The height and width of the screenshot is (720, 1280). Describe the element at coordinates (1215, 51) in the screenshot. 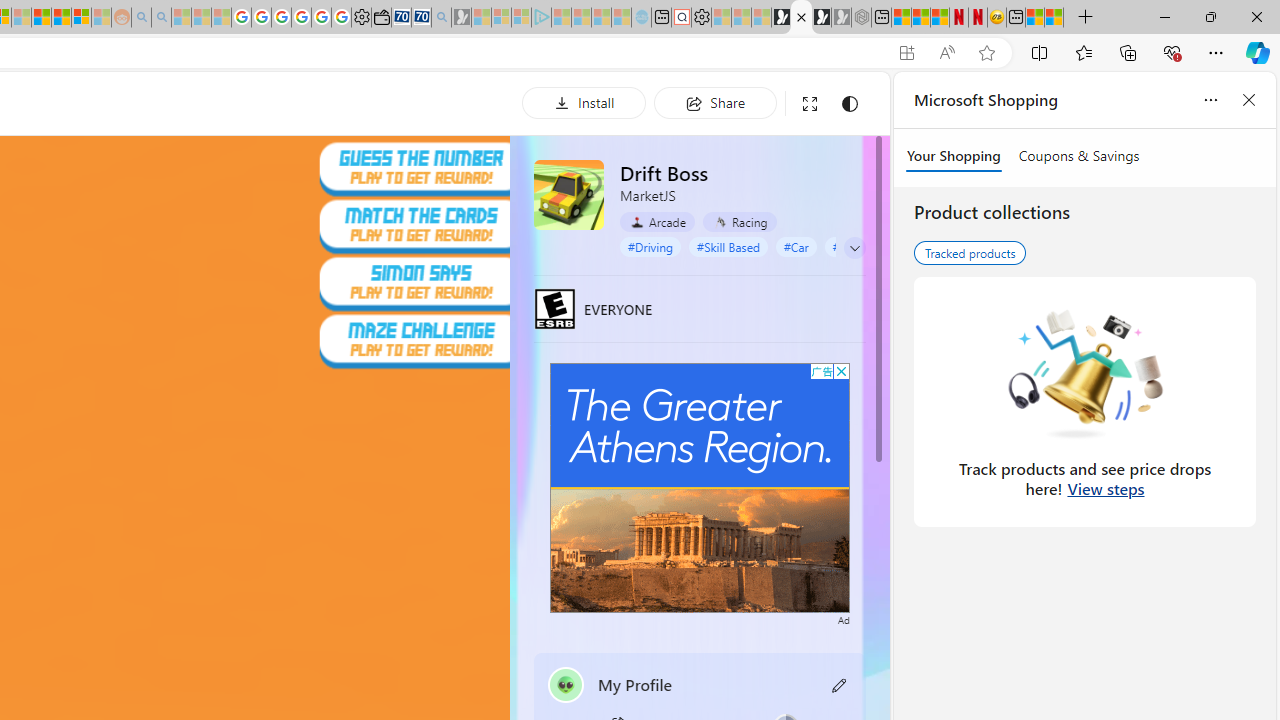

I see `'Settings and more (Alt+F)'` at that location.